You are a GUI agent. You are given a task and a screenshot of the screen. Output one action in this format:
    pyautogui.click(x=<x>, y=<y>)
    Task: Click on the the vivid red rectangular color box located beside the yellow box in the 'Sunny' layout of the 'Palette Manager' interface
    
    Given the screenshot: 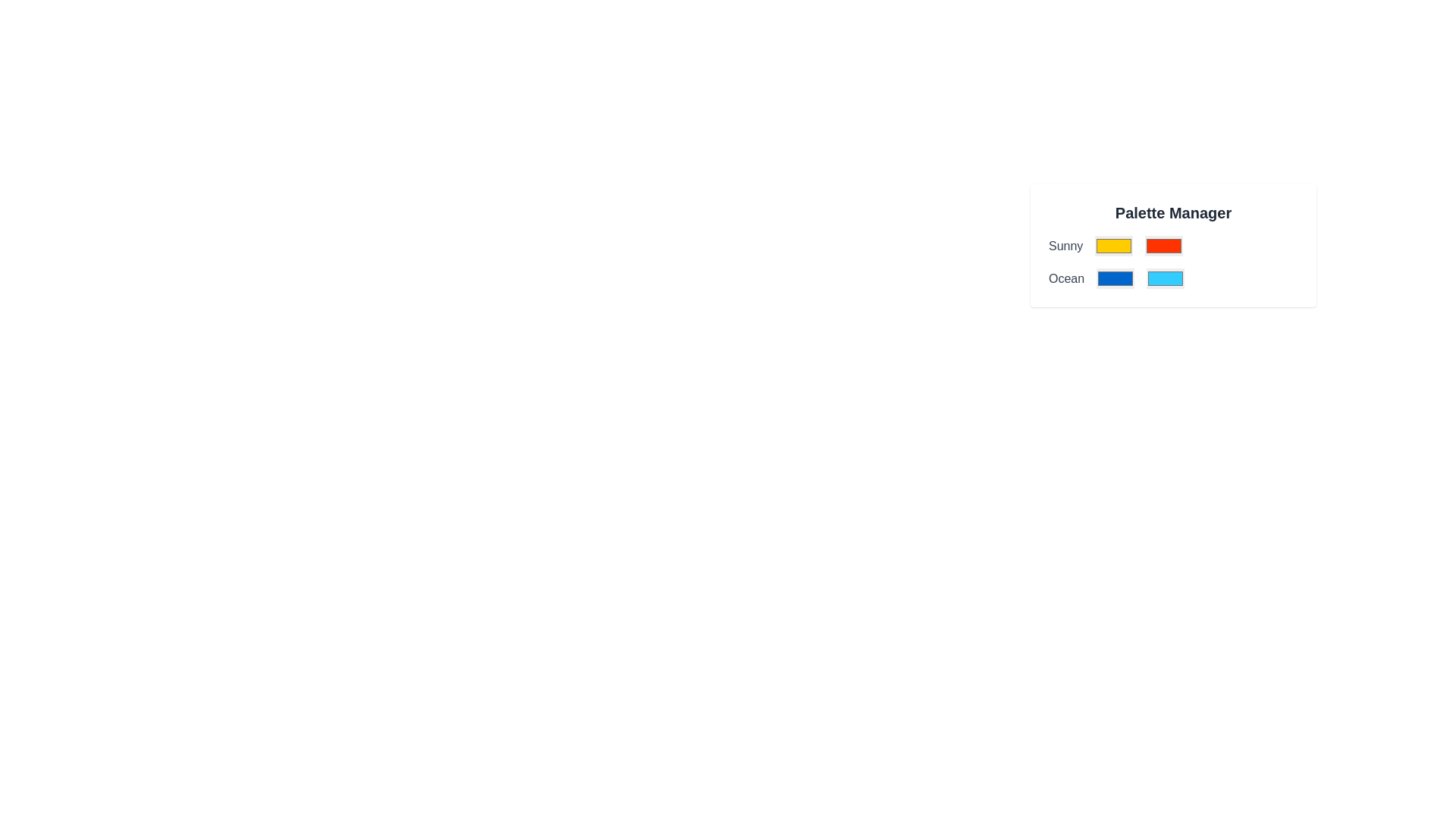 What is the action you would take?
    pyautogui.click(x=1172, y=239)
    